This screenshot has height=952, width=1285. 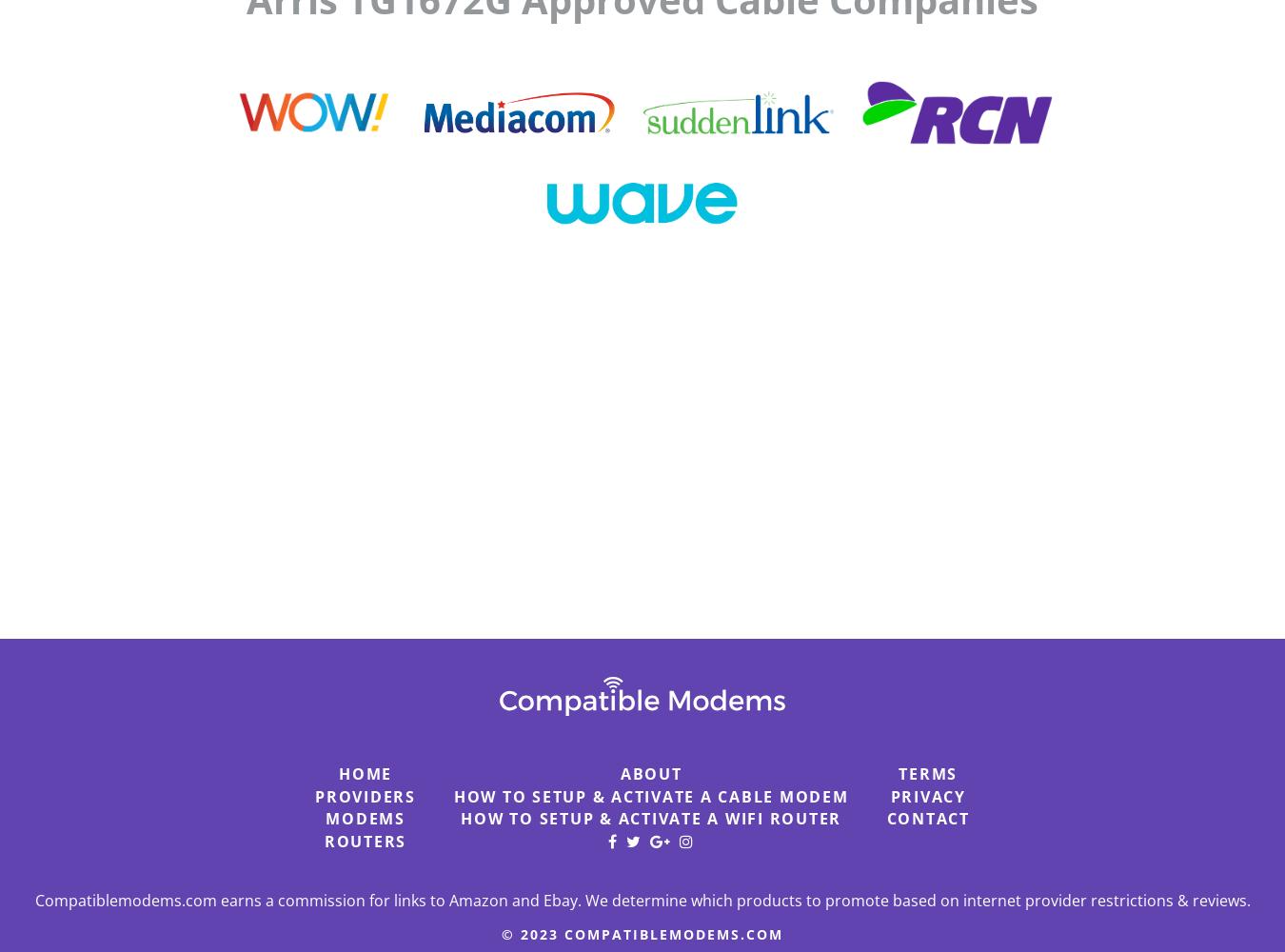 What do you see at coordinates (650, 932) in the screenshot?
I see `'2023 CompatibleModems.com'` at bounding box center [650, 932].